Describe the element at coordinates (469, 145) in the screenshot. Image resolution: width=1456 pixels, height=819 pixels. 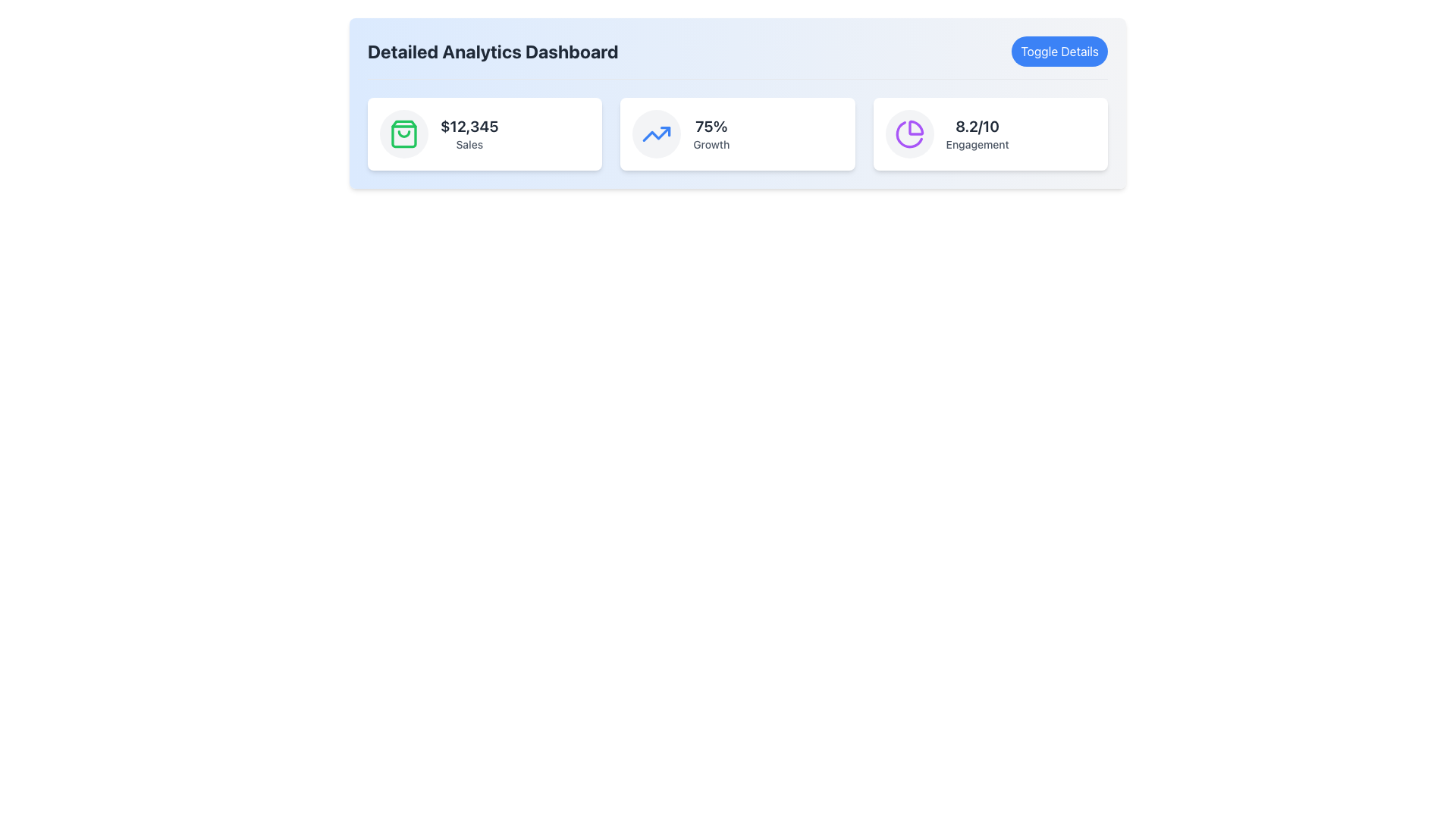
I see `the Static Text Label that clarifies the context of the numerical data '$12,345' representing 'Sales', positioned directly below the numerical text in the top-left region of the dashboard` at that location.